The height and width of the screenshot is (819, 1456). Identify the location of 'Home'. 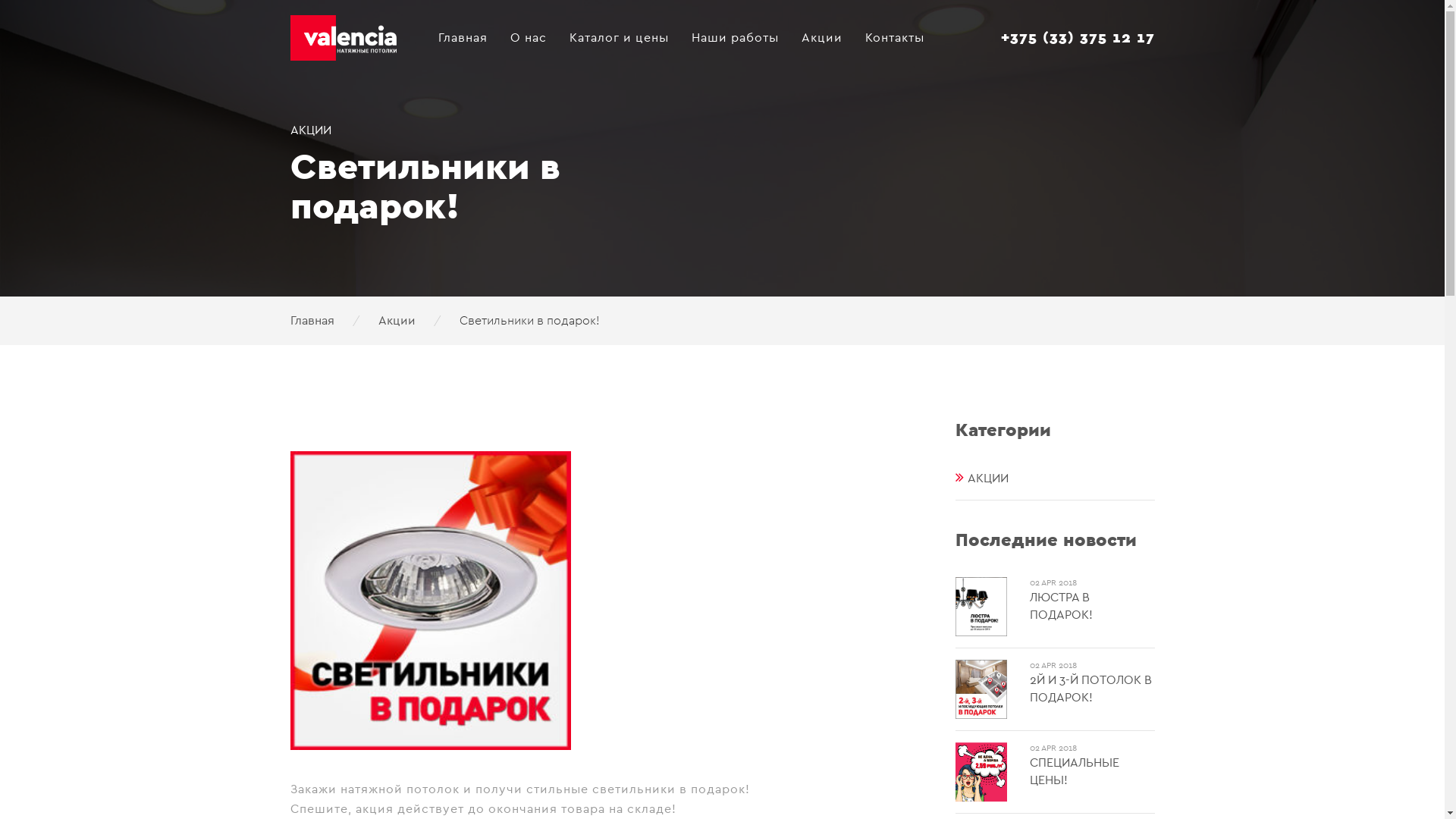
(352, 18).